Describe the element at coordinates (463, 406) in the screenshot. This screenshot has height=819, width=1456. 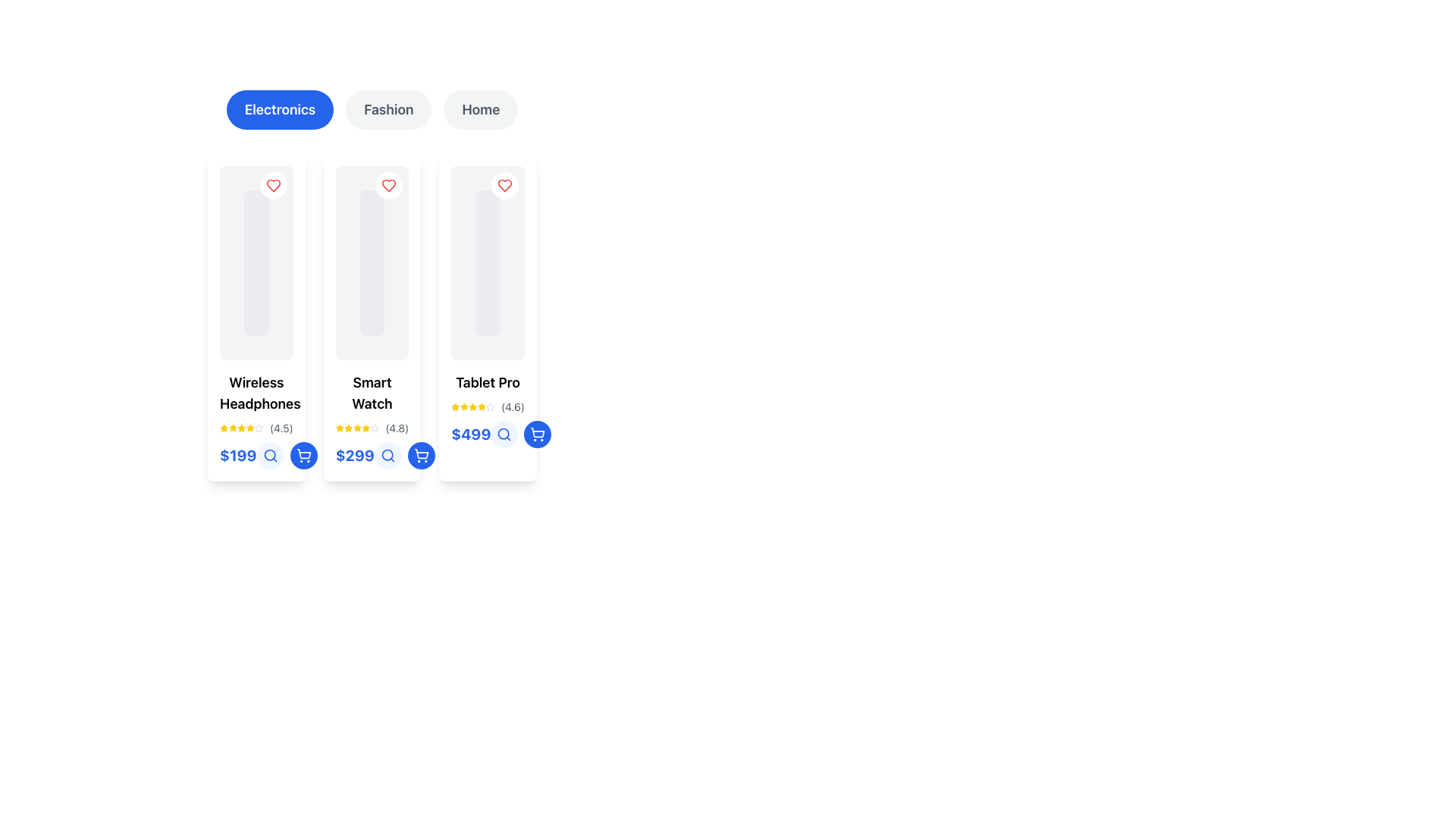
I see `the second star icon in the rating display for the 'Tablet Pro' product card` at that location.